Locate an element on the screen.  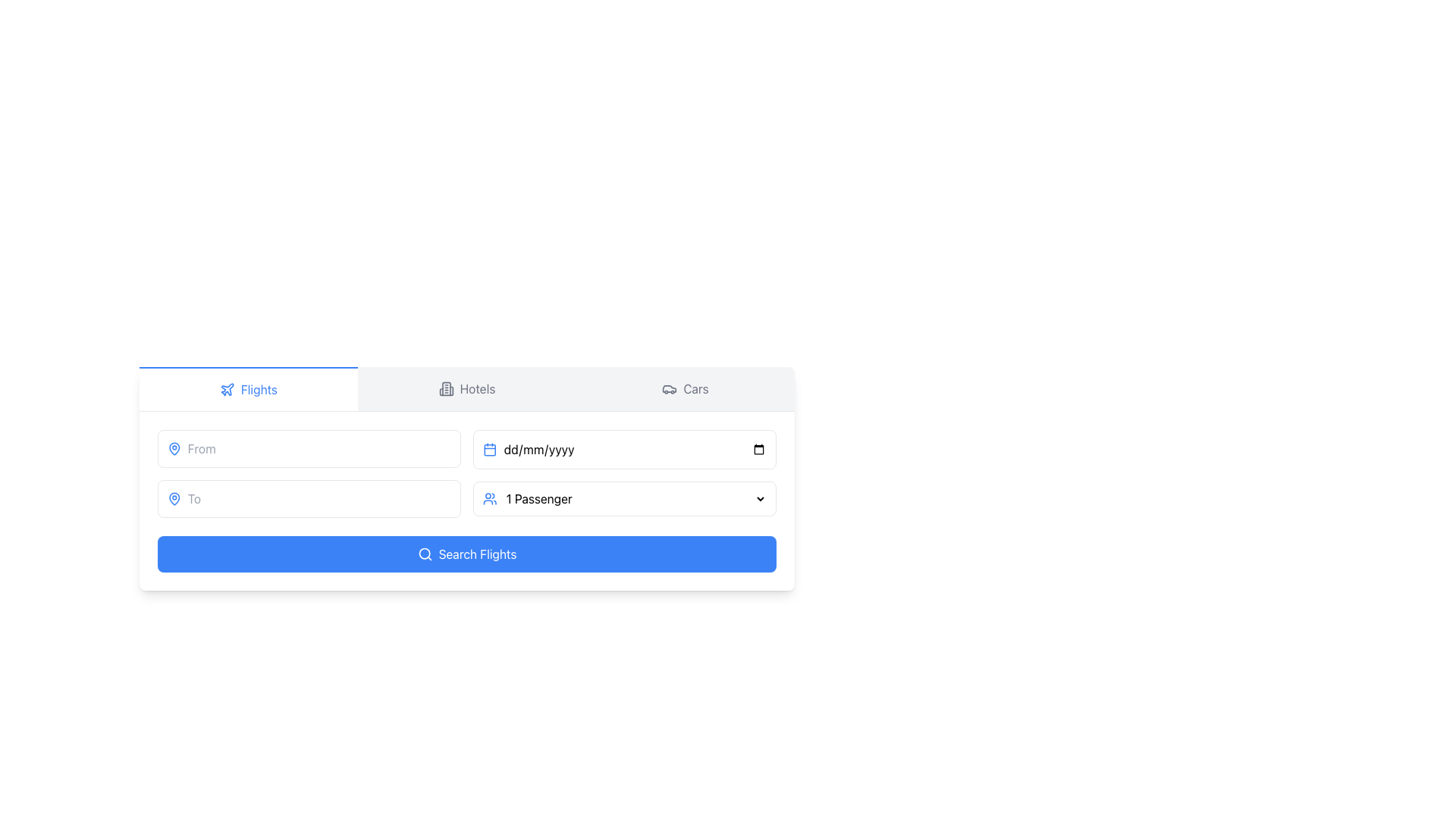
the calendar icon located is located at coordinates (490, 449).